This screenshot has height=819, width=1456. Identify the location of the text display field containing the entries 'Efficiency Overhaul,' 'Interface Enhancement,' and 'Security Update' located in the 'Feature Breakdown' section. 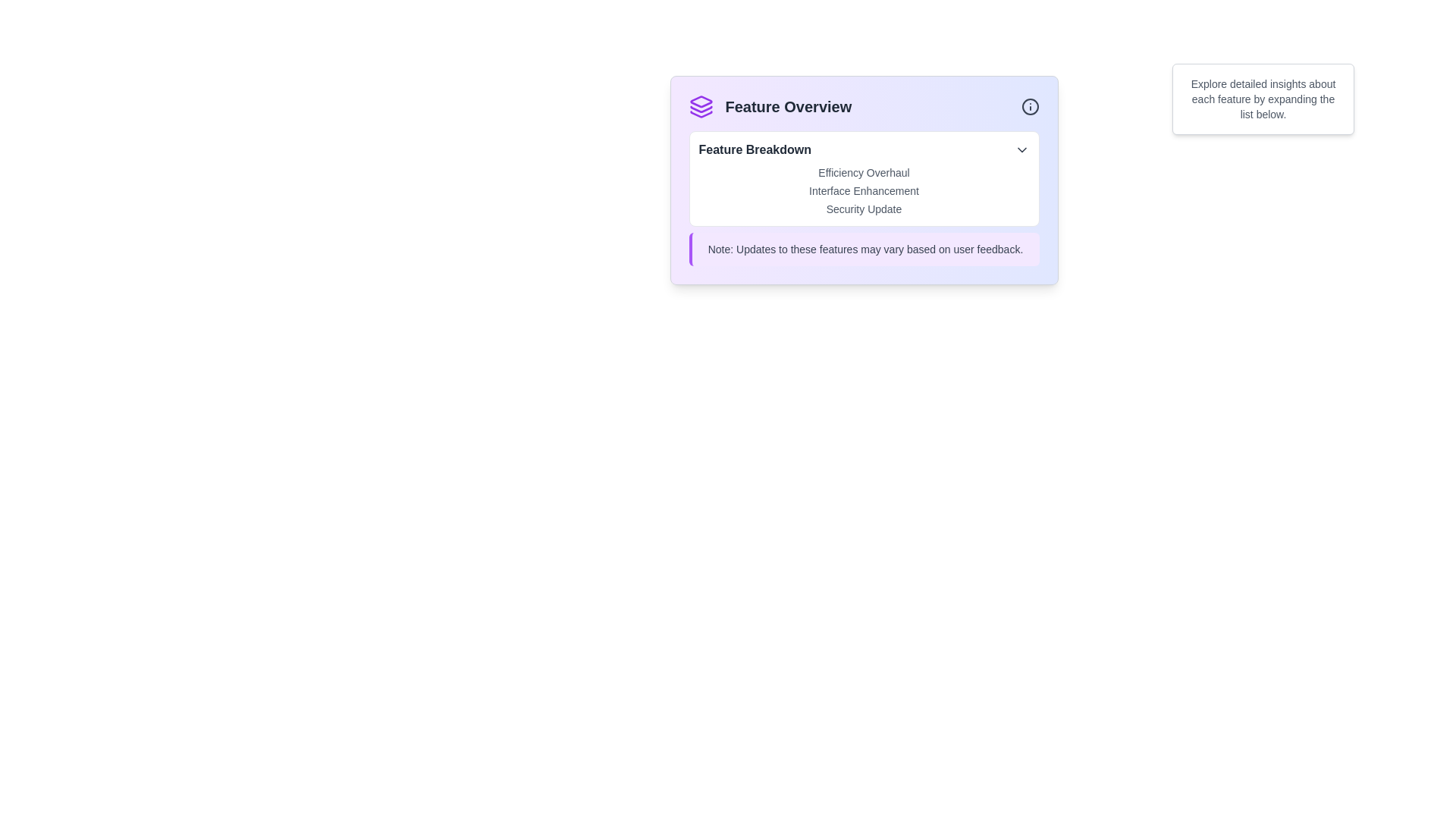
(864, 190).